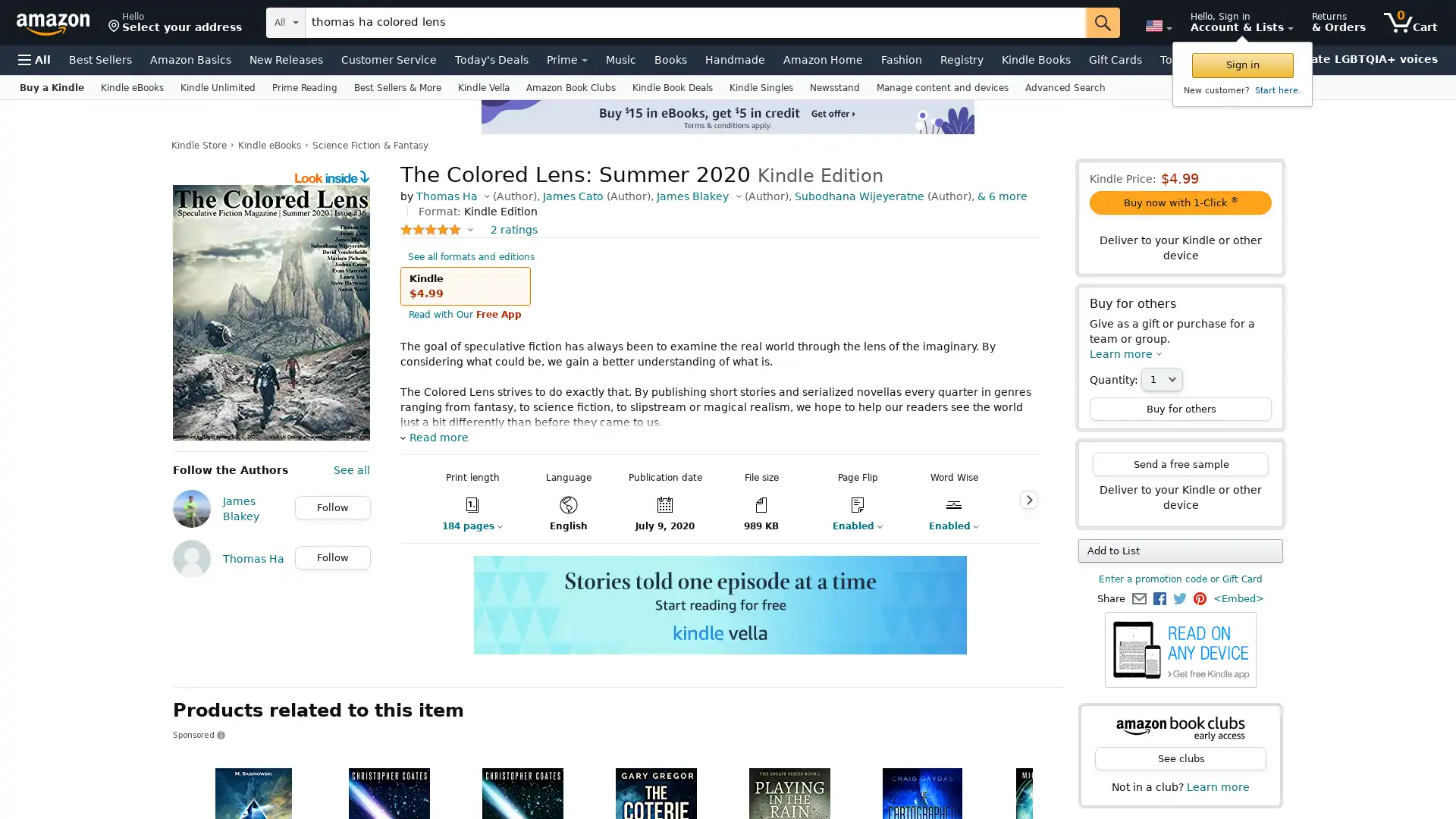 The image size is (1456, 819). What do you see at coordinates (857, 526) in the screenshot?
I see `Enabled` at bounding box center [857, 526].